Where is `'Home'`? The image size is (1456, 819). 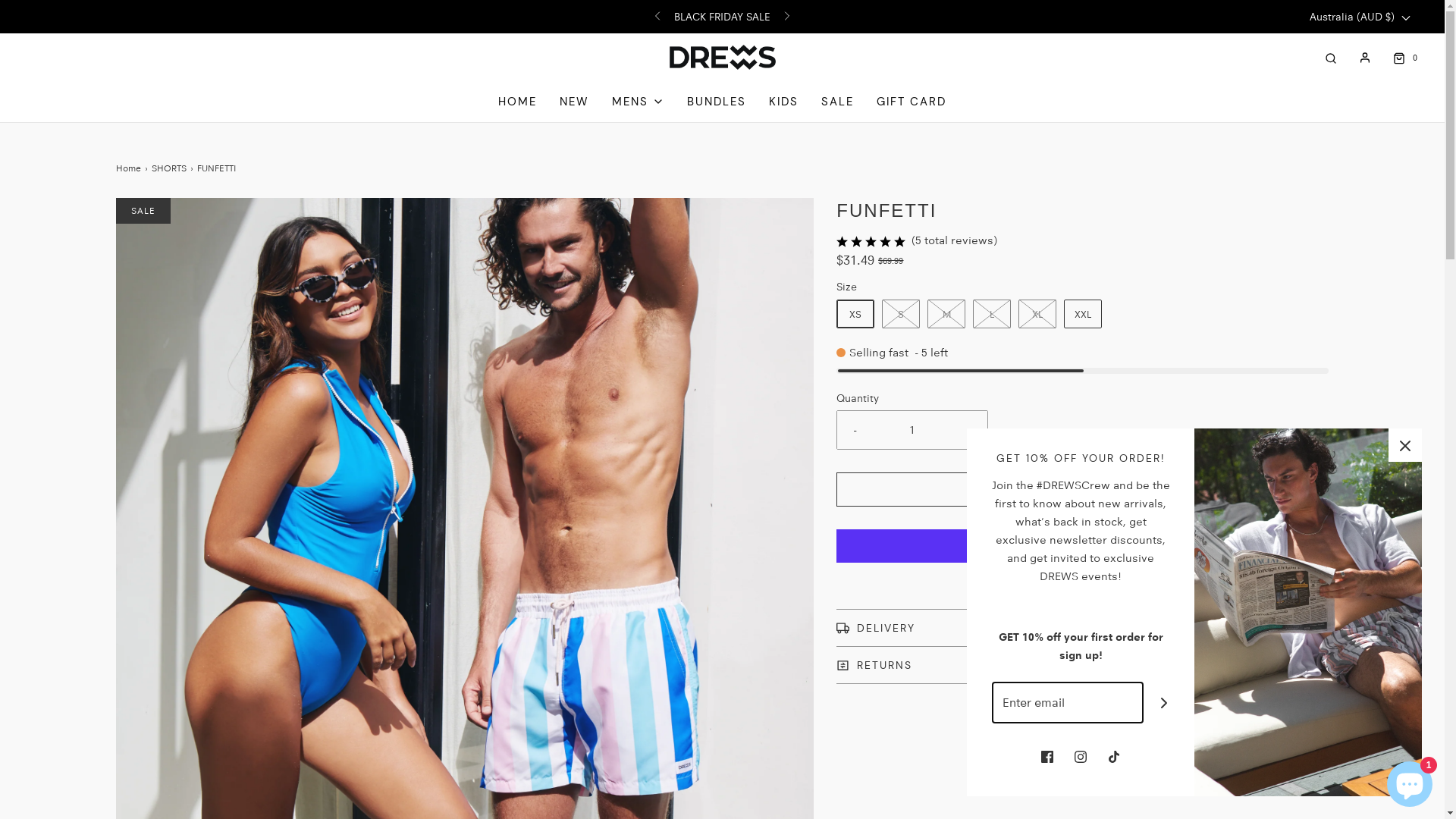 'Home' is located at coordinates (130, 168).